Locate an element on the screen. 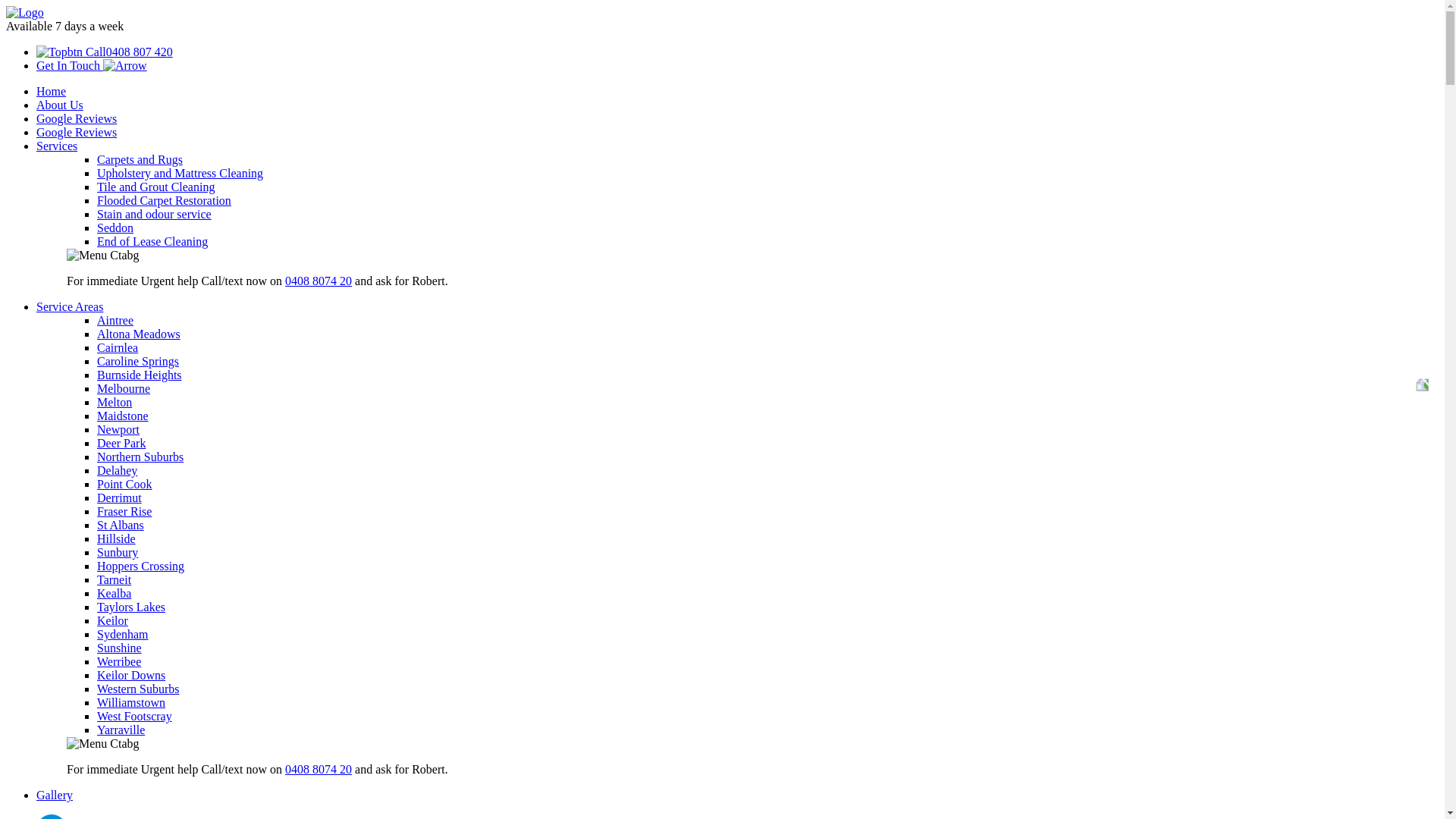 The image size is (1456, 819). 'Point Cook' is located at coordinates (124, 484).